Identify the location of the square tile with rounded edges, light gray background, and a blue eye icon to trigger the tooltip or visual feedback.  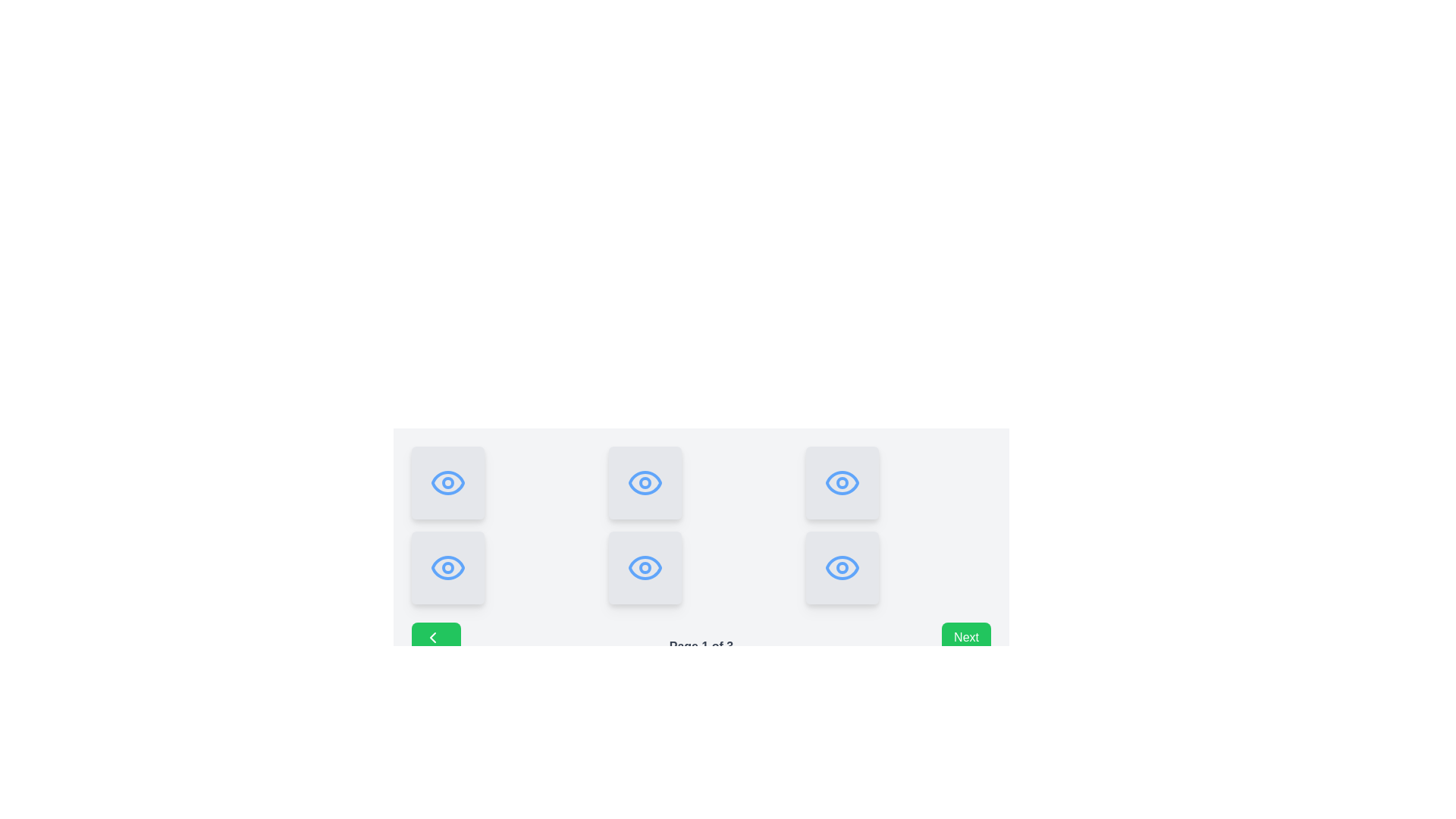
(841, 482).